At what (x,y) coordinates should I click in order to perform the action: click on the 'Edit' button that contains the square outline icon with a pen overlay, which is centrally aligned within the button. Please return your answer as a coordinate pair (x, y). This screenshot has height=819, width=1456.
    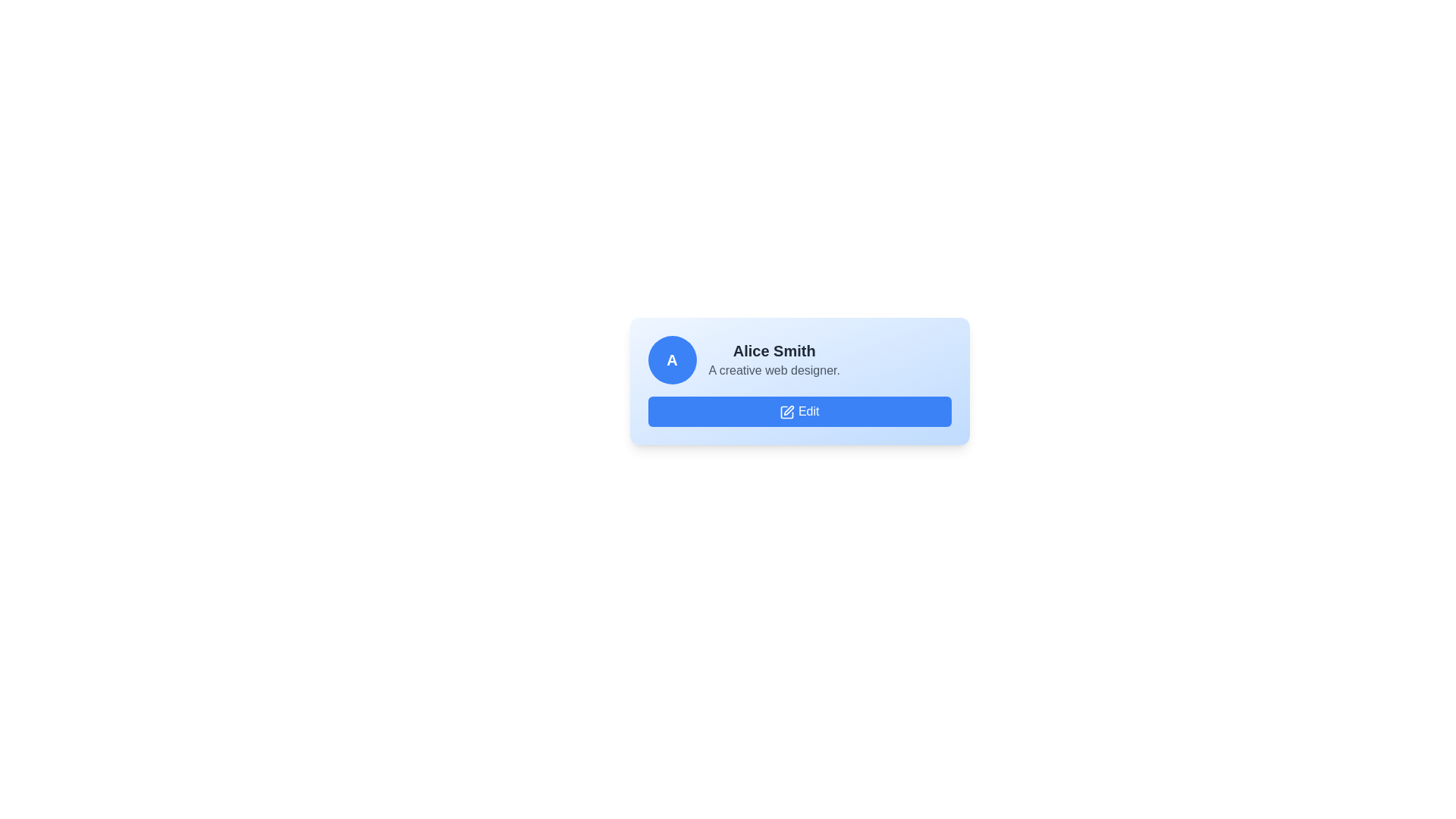
    Looking at the image, I should click on (787, 412).